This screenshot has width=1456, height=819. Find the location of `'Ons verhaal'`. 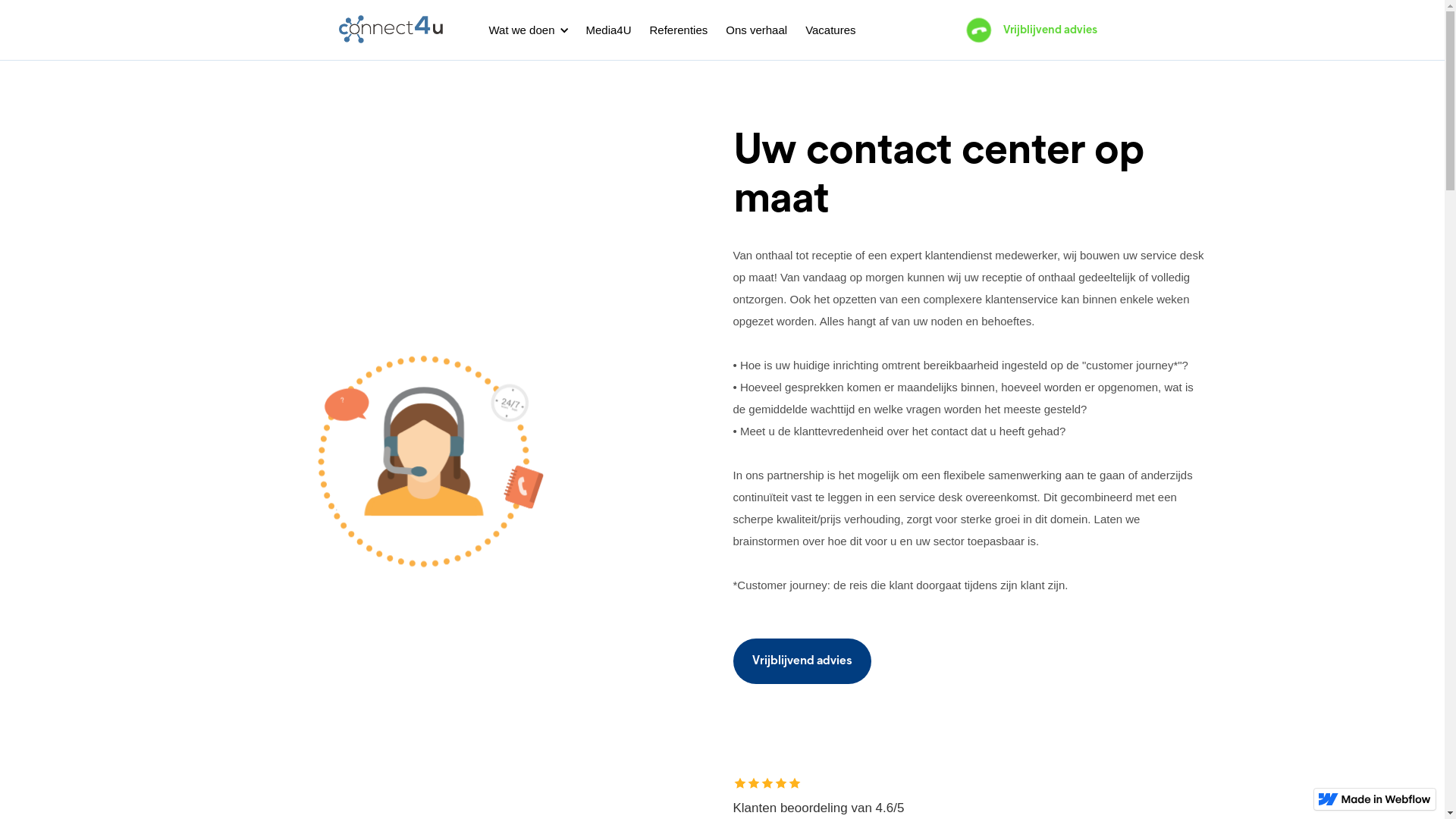

'Ons verhaal' is located at coordinates (756, 30).